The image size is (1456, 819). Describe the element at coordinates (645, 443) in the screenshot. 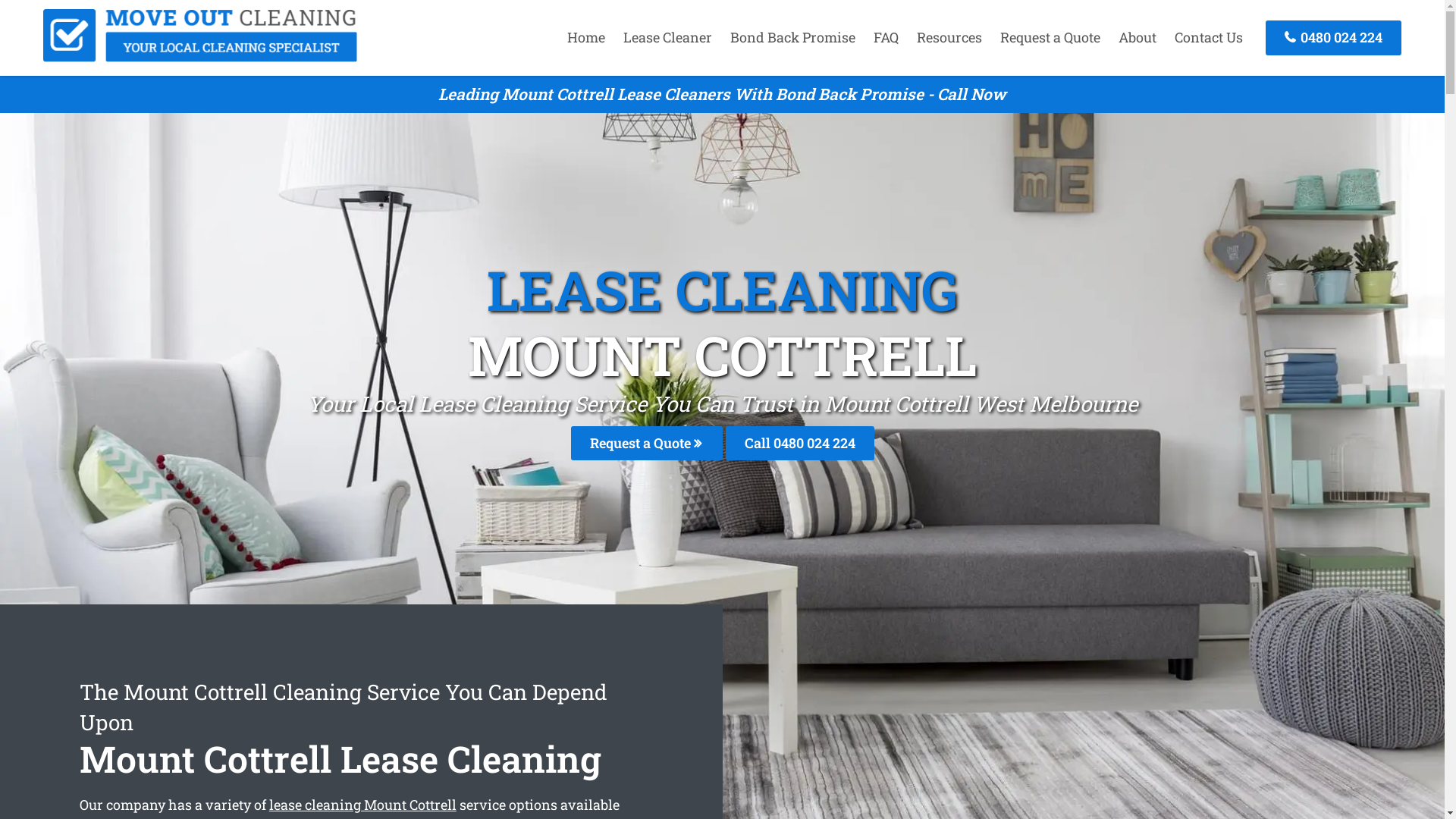

I see `'Request a Quote'` at that location.